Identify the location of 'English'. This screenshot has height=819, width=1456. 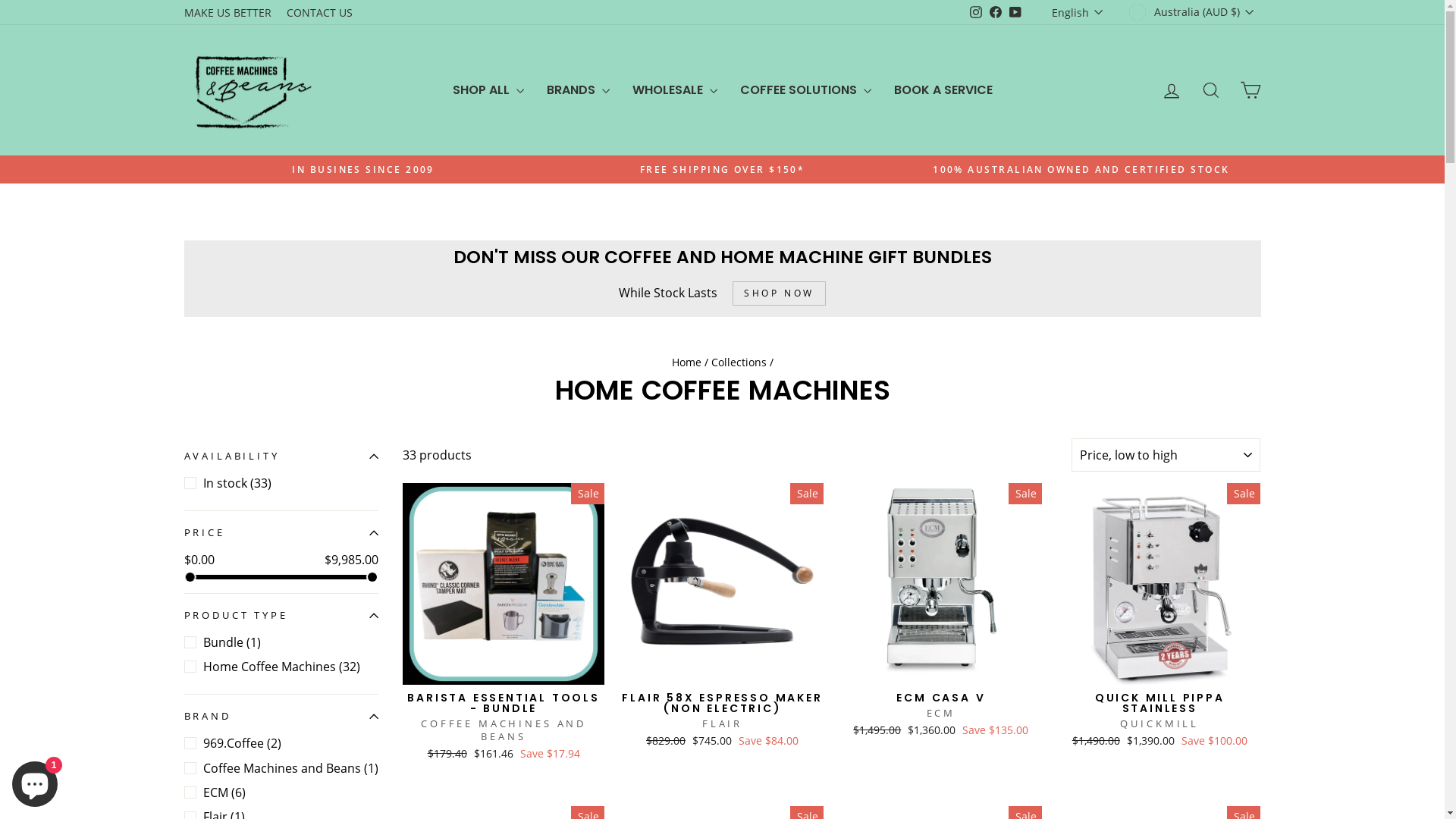
(1047, 12).